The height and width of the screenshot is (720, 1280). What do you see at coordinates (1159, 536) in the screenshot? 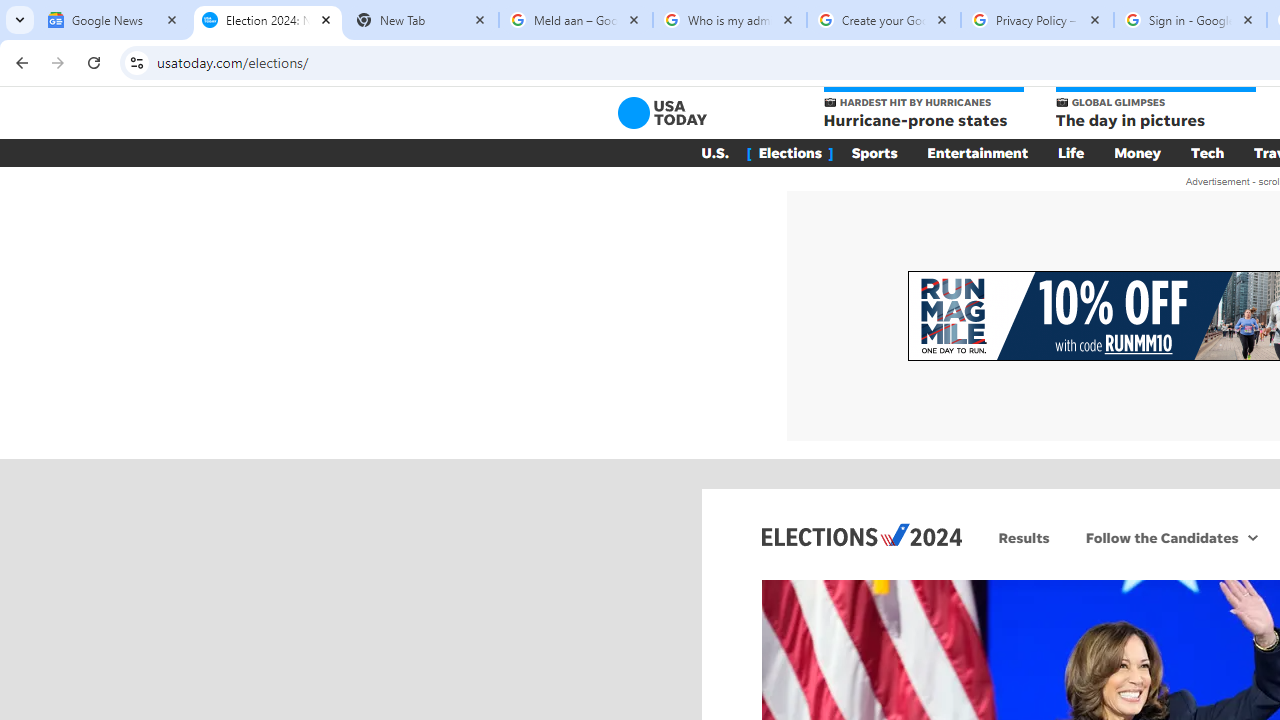
I see `'Follow the Candidates'` at bounding box center [1159, 536].